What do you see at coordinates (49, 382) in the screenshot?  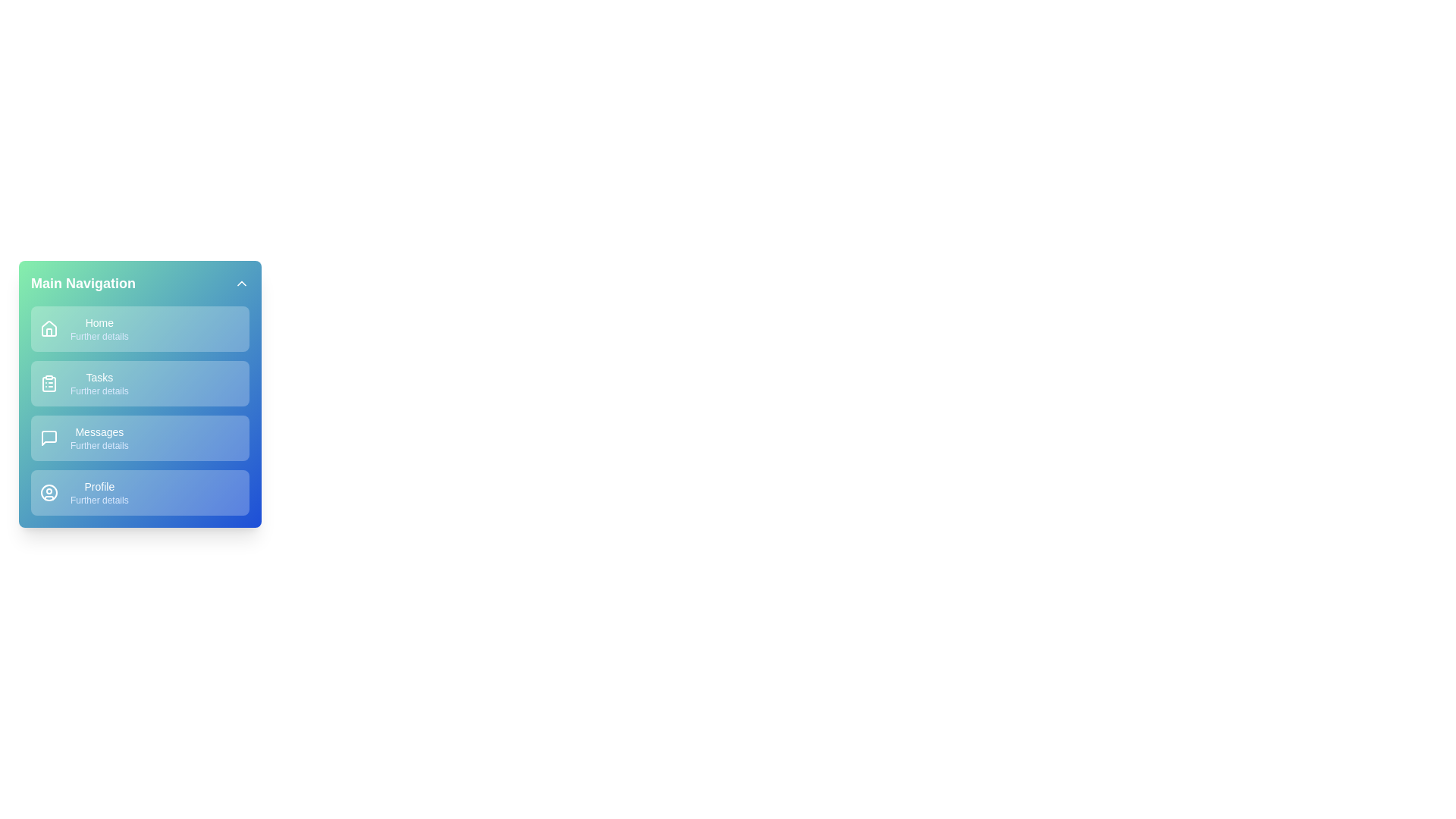 I see `the icon of the menu item labeled Tasks` at bounding box center [49, 382].